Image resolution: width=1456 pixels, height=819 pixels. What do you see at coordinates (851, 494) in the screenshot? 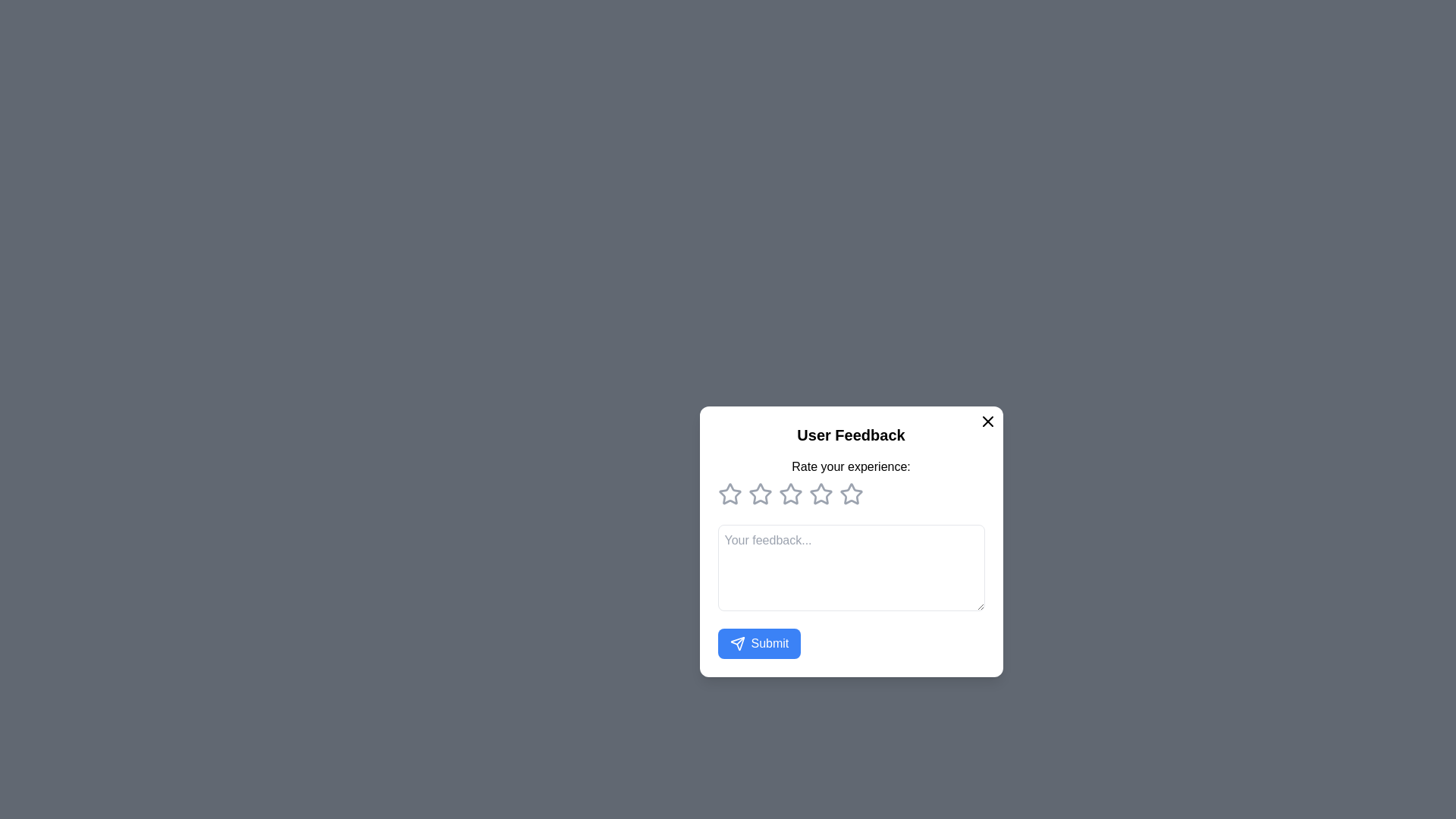
I see `the star in the Rating component located beneath the 'Rate your experience:' text in the 'User Feedback' modal` at bounding box center [851, 494].